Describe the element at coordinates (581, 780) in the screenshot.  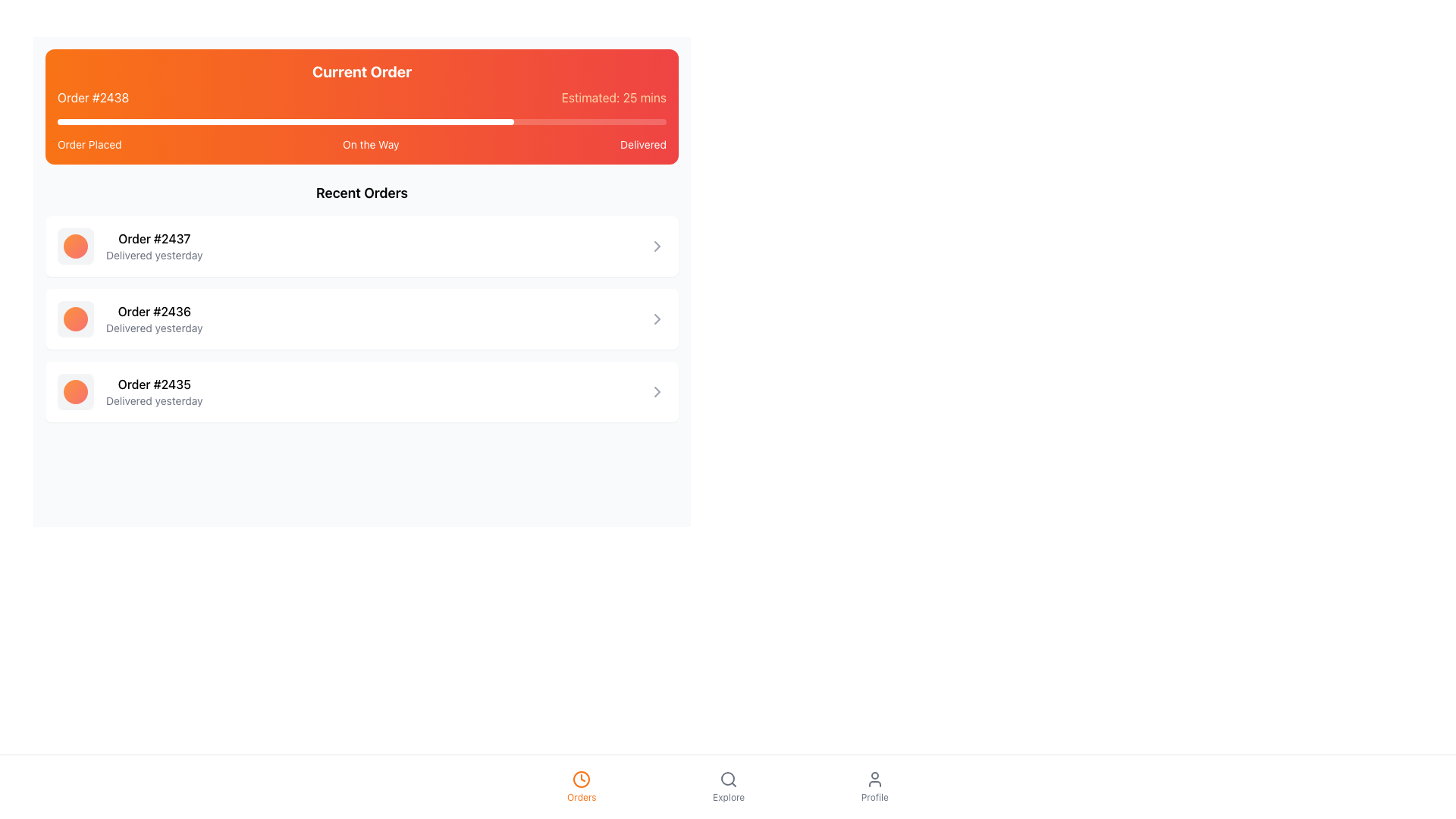
I see `the circular clock icon with a bright orange color located in the bottom navigation bar above the 'Orders' label` at that location.